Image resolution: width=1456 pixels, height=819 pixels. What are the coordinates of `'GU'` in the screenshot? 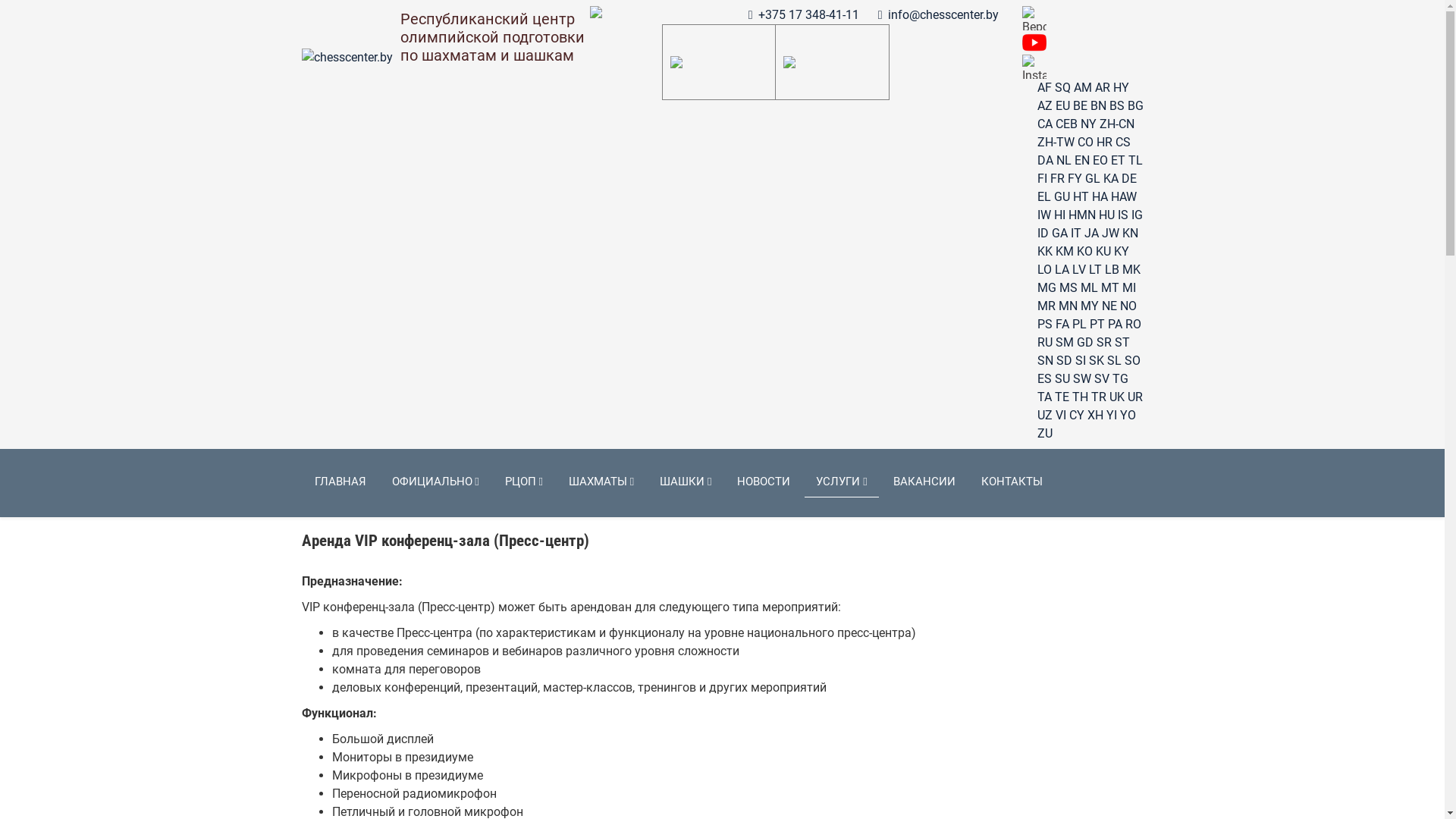 It's located at (1061, 196).